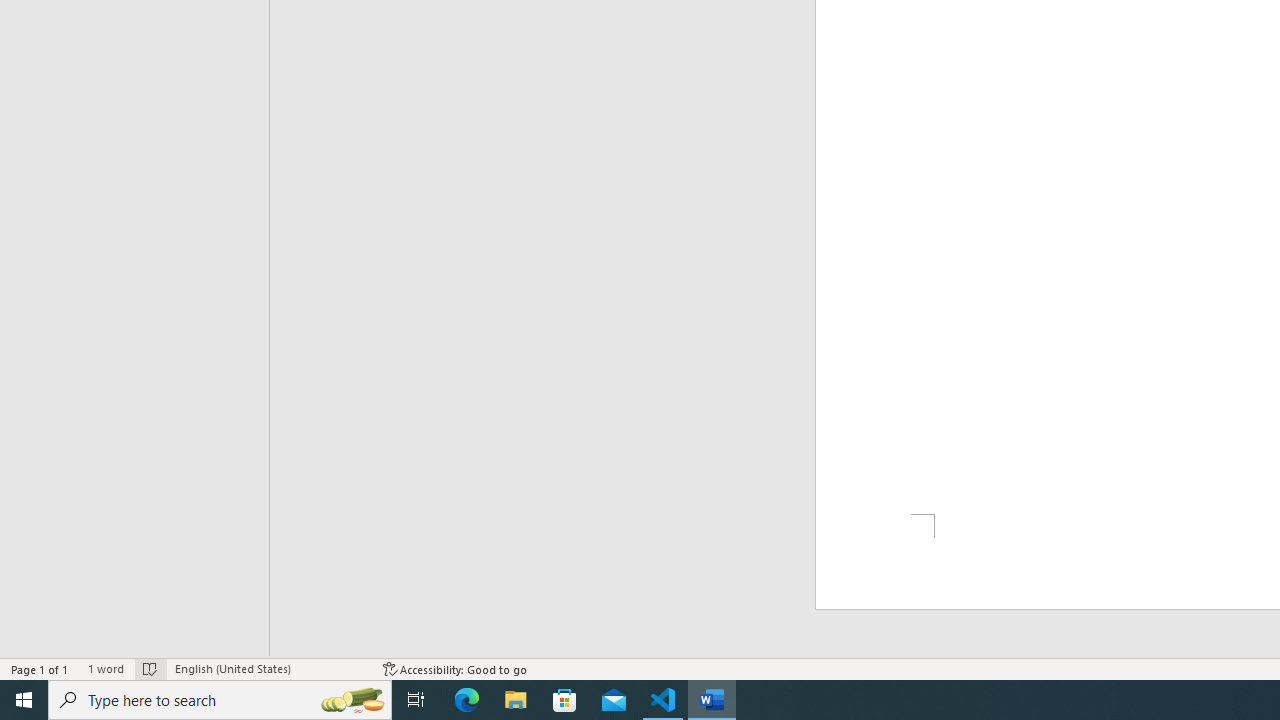 Image resolution: width=1280 pixels, height=720 pixels. Describe the element at coordinates (268, 669) in the screenshot. I see `'Language English (United States)'` at that location.